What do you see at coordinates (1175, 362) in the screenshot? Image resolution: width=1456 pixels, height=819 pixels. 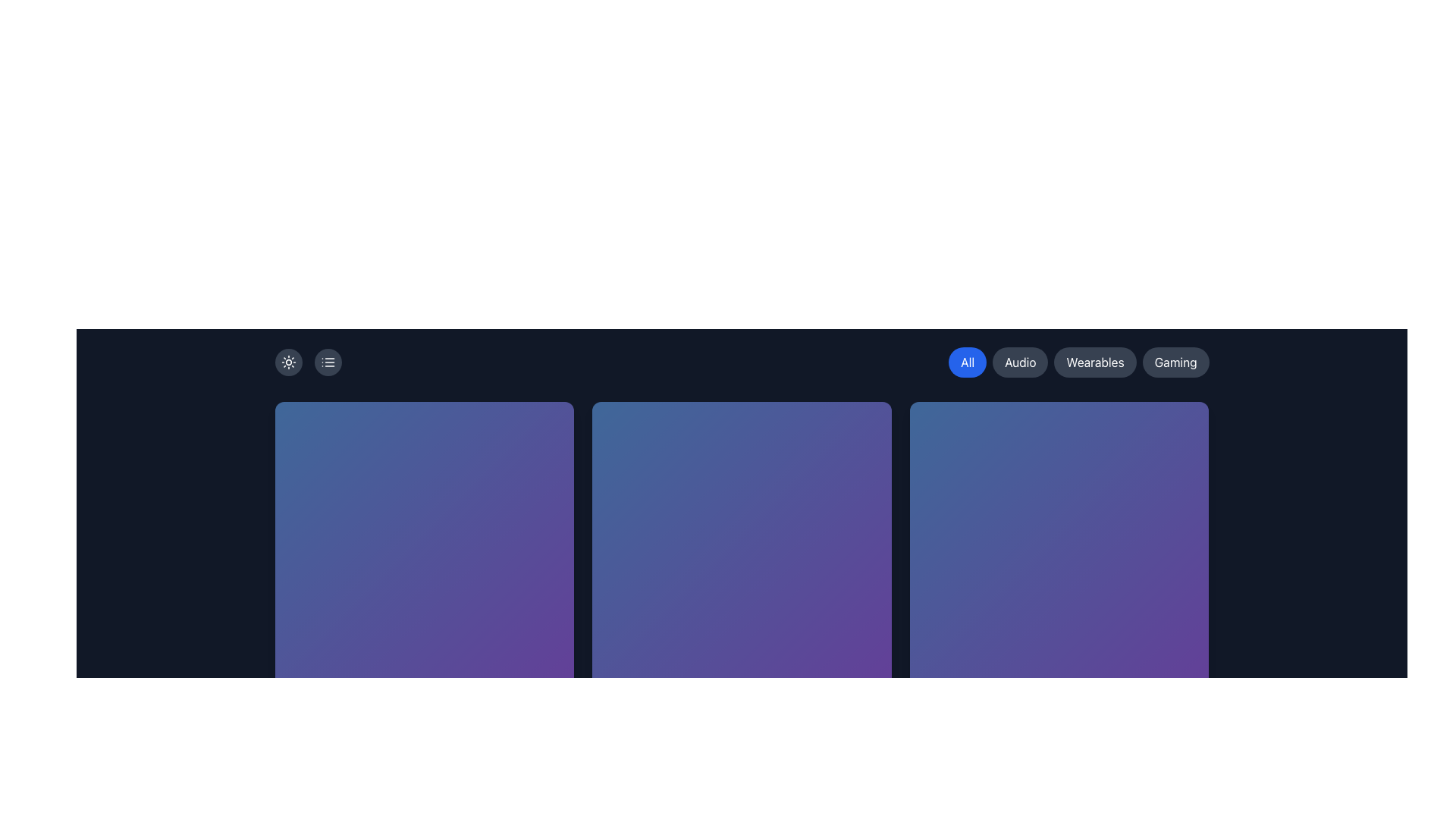 I see `the 'Gaming' button located in the top-right section of the horizontal navigation menu` at bounding box center [1175, 362].